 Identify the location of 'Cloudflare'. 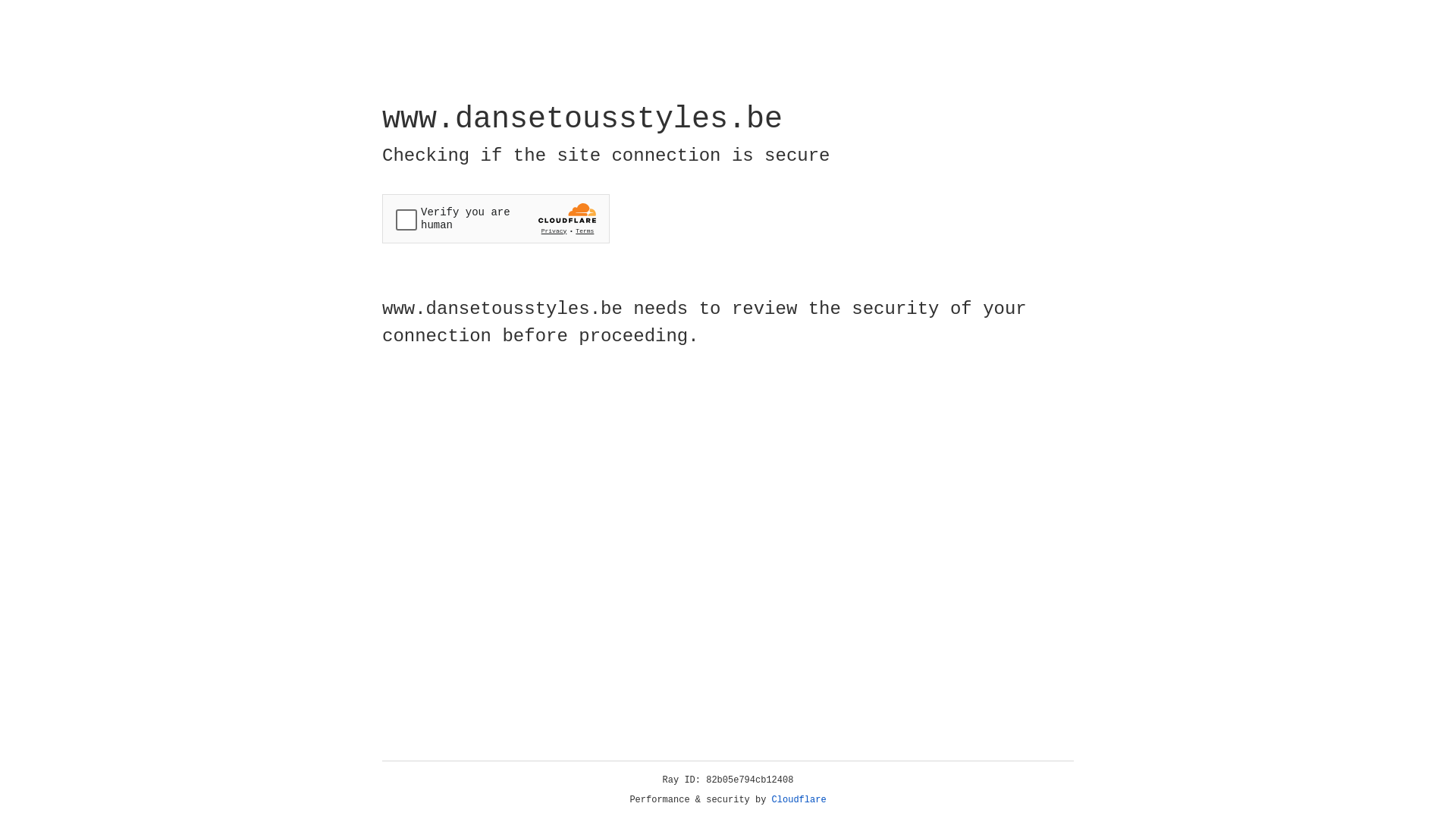
(799, 799).